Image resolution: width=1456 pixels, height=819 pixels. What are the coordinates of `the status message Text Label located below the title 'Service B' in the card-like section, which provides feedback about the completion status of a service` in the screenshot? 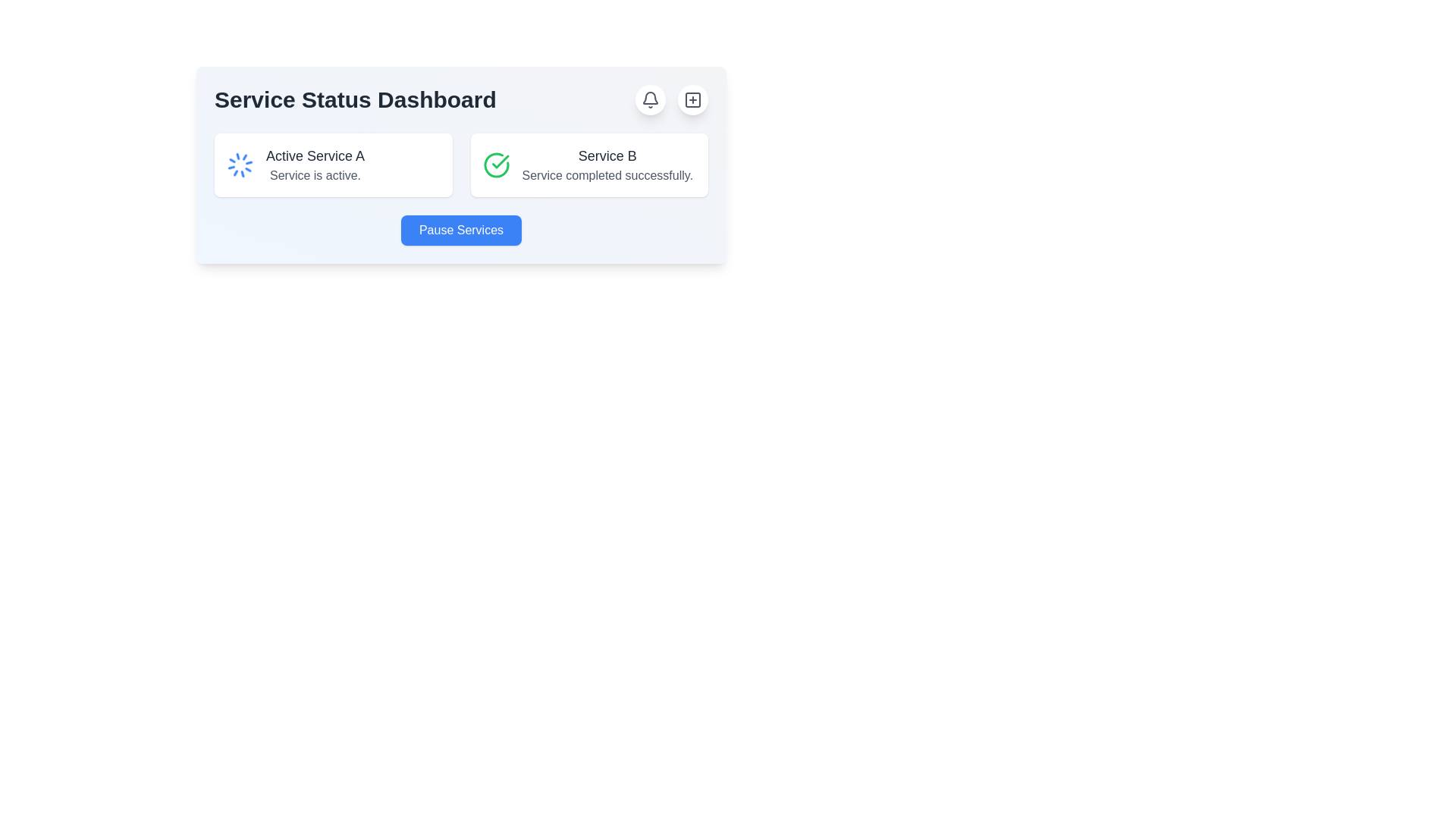 It's located at (607, 174).